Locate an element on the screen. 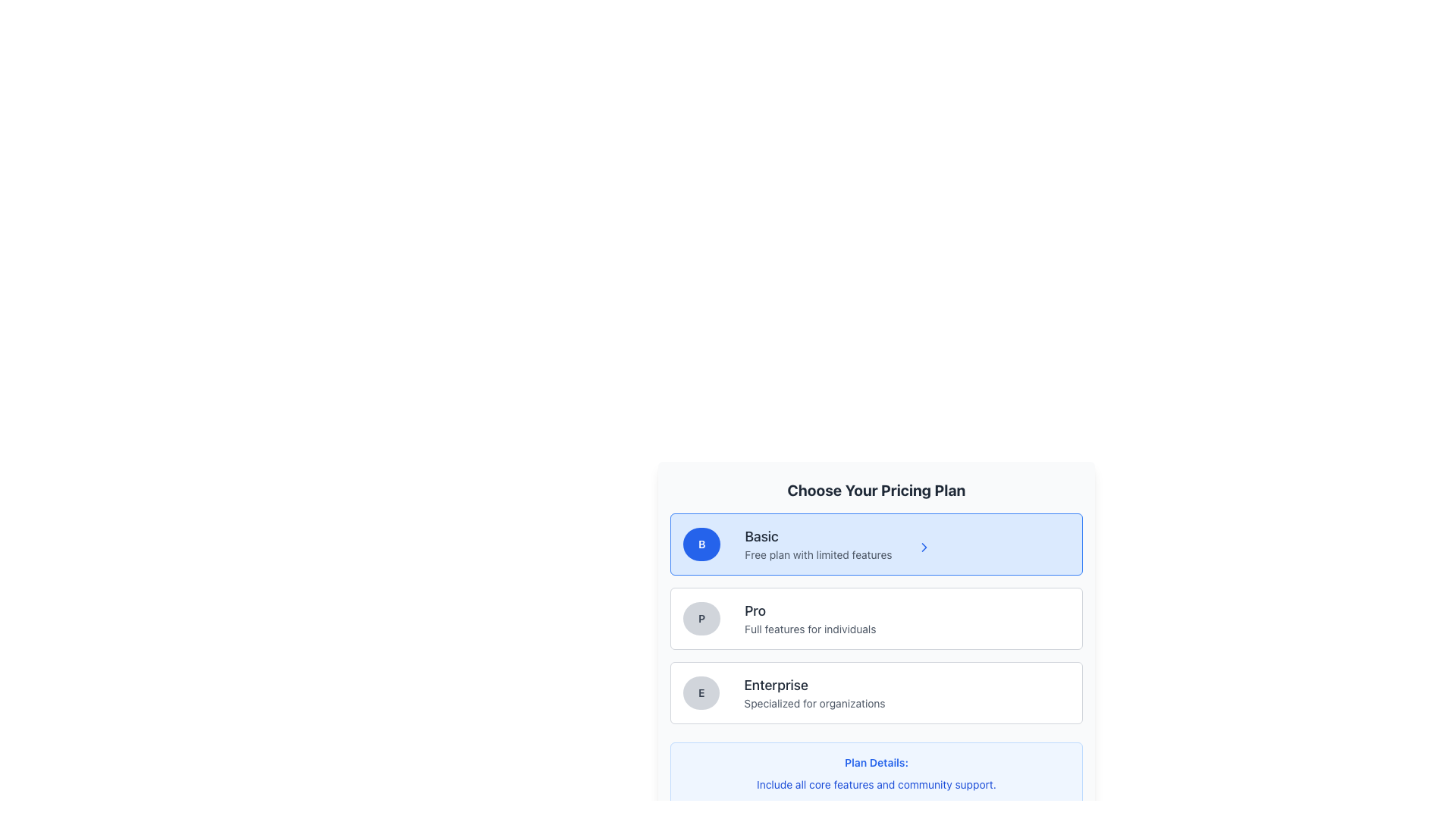 This screenshot has width=1456, height=819. text content of the element containing 'Specialized for organizations' located below the title 'Enterprise' in the pricing plan section is located at coordinates (814, 704).